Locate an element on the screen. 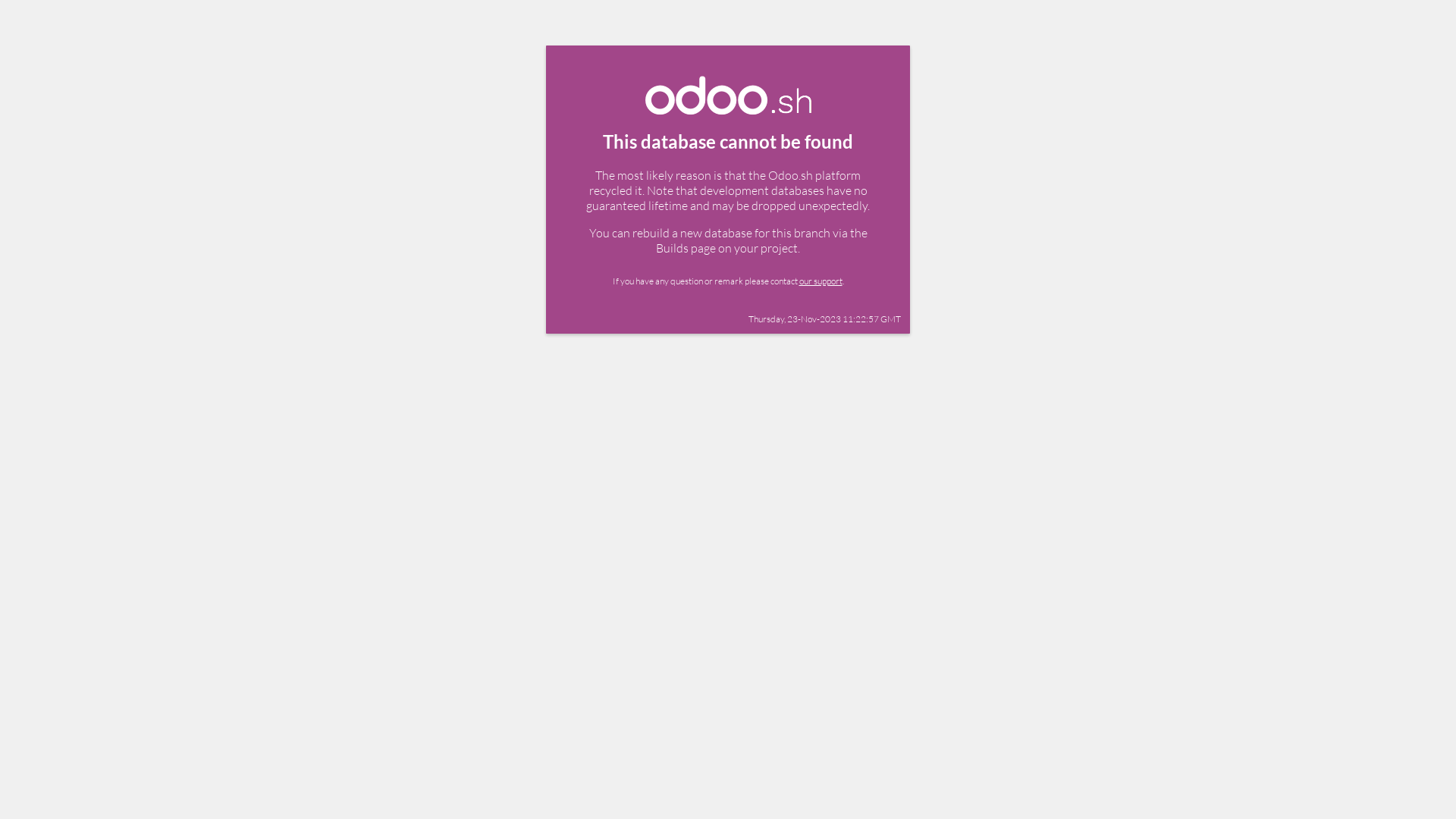  'our support' is located at coordinates (820, 281).